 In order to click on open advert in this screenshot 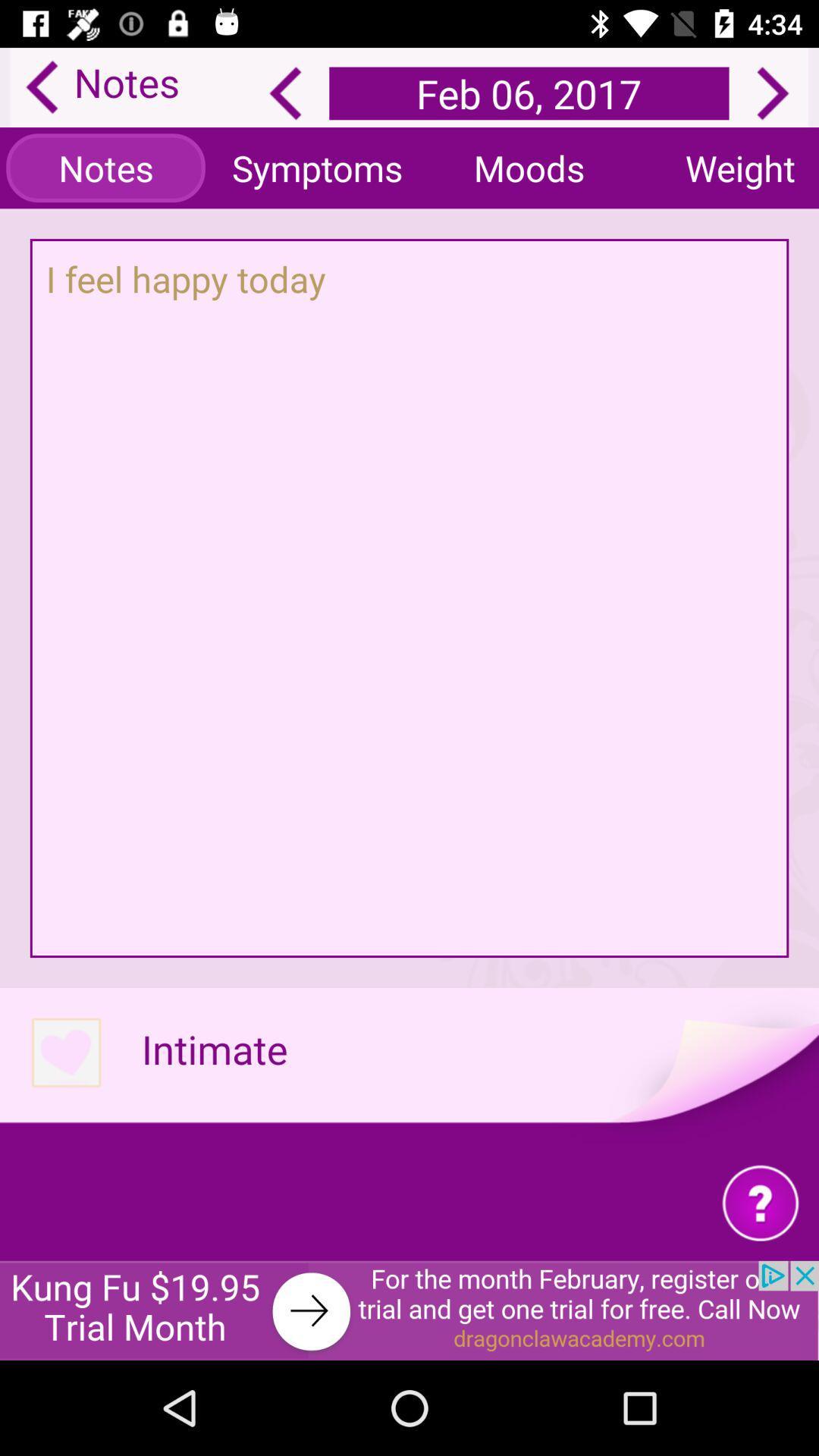, I will do `click(409, 1310)`.